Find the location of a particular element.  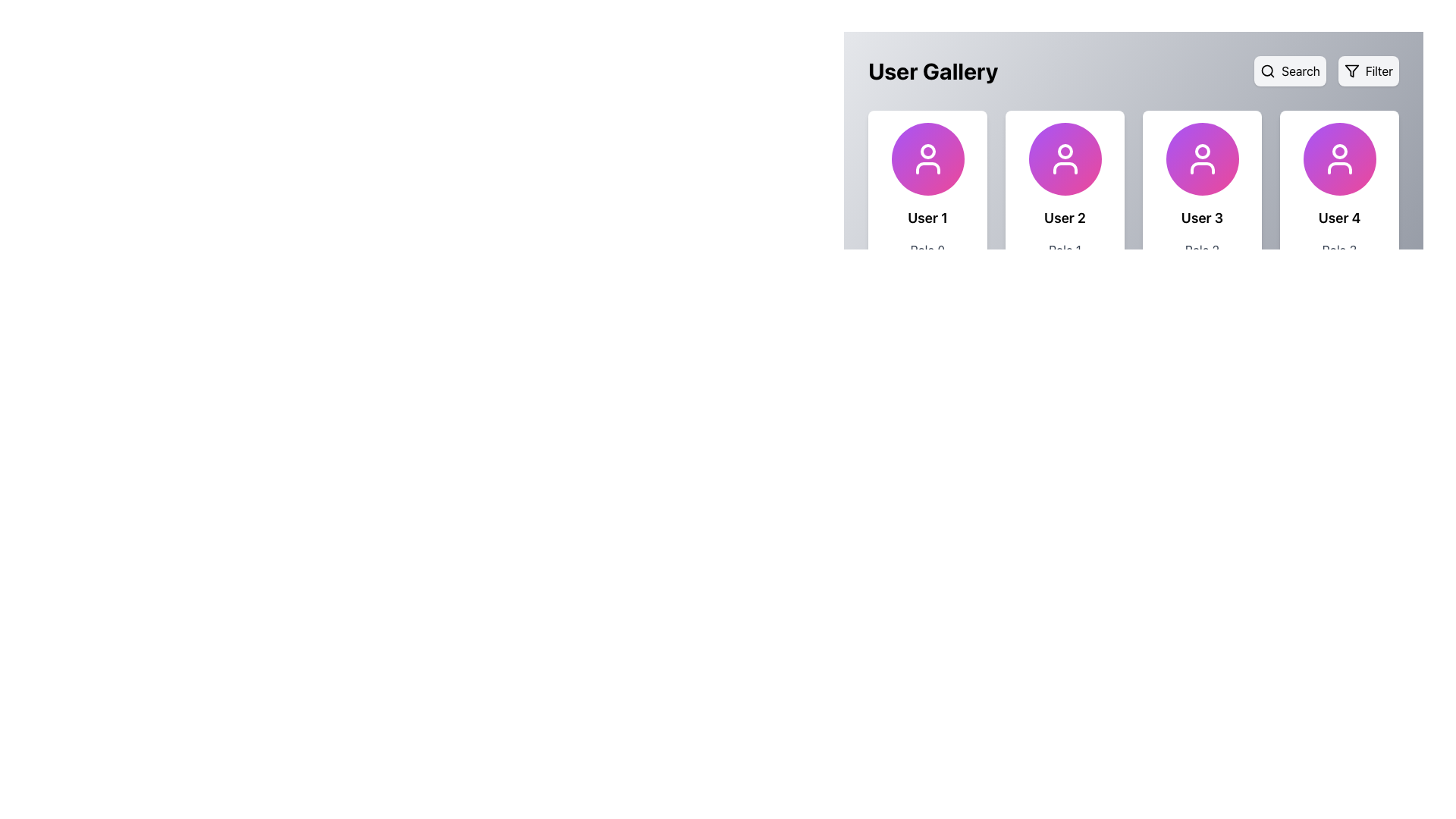

the second text label in the user profile card for 'User 1', which provides context about the user's role and is located beneath the 'User 1' label is located at coordinates (927, 249).